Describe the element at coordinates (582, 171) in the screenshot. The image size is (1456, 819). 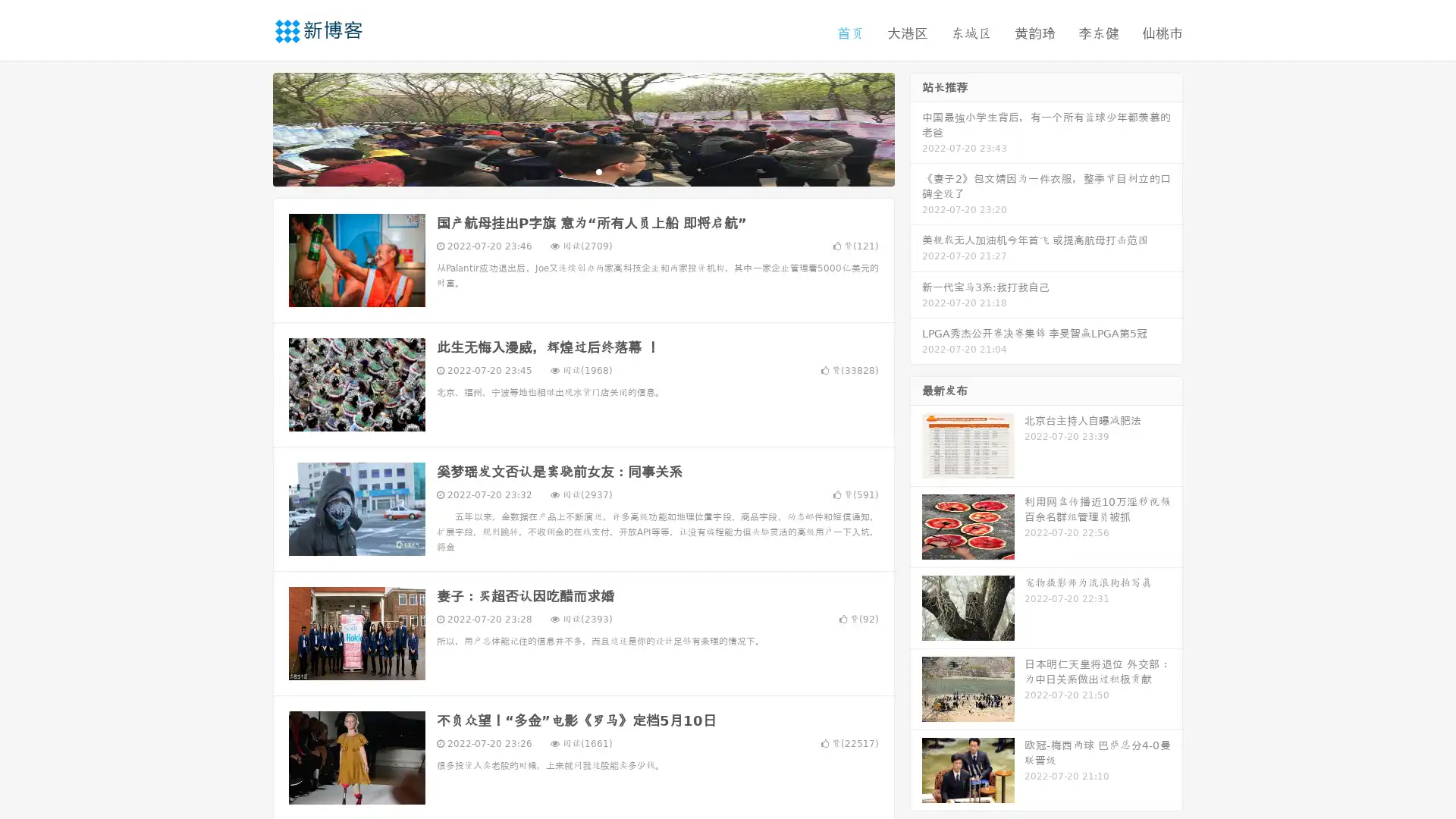
I see `Go to slide 2` at that location.